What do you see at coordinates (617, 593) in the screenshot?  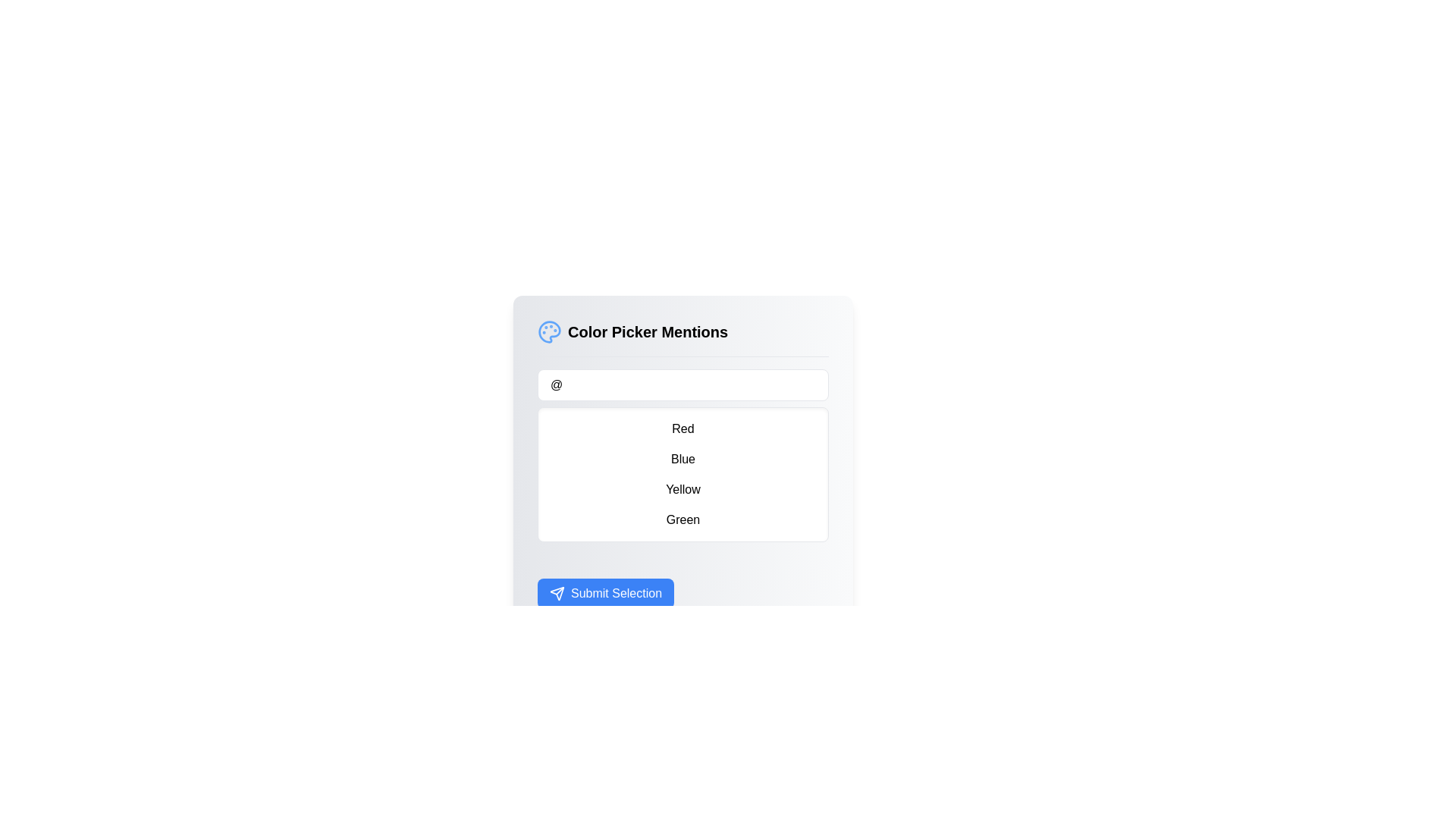 I see `the 'Submit Selection' button, which is a bold white text on a blue background, centrally located at the bottom of the interface` at bounding box center [617, 593].